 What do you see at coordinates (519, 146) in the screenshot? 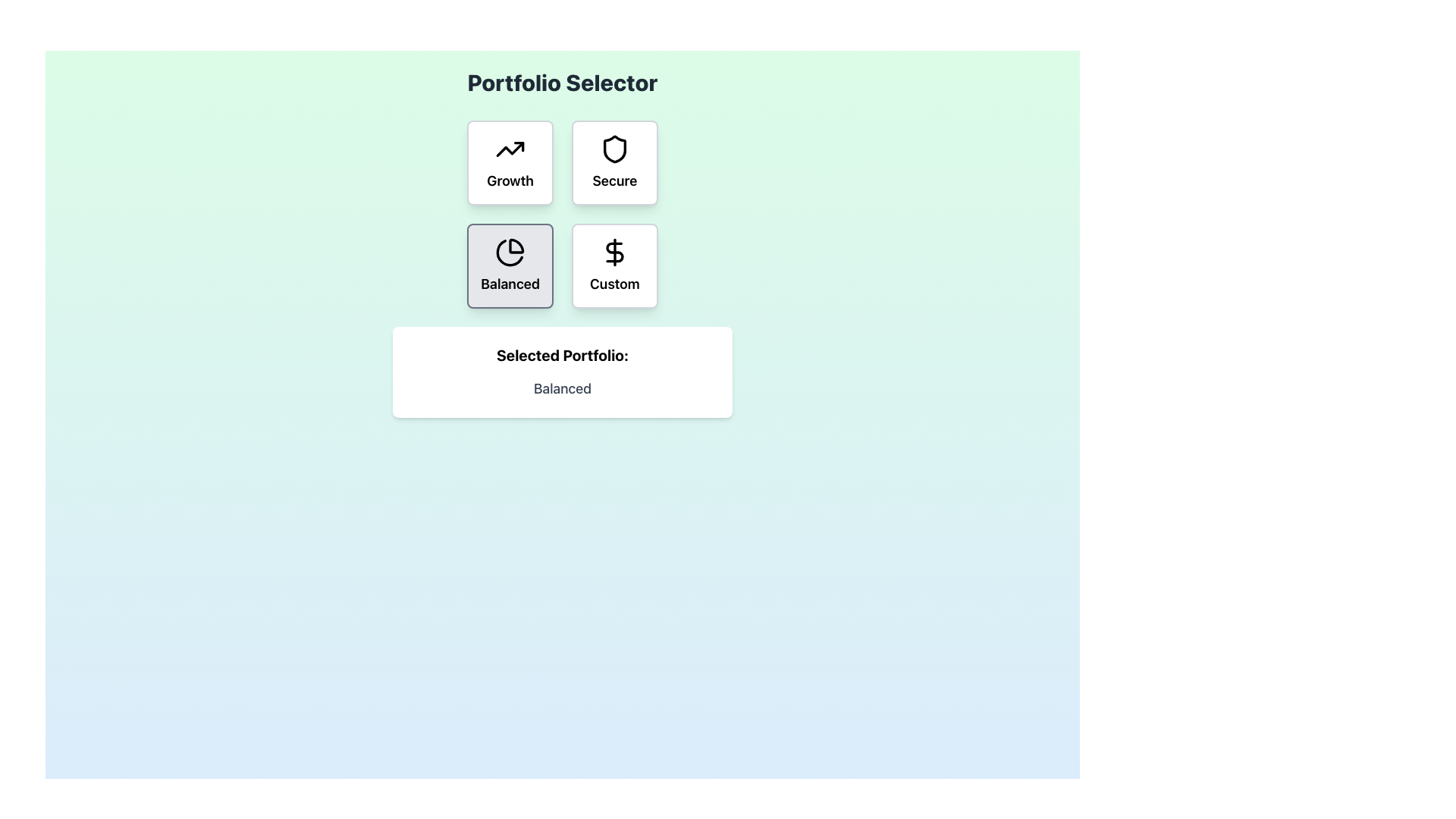
I see `the visual changes in the 'Growth' option by hovering over the topmost stroke of the diagonal line within the upward trend chart icon located in the top-left corner of the menu grid under 'Portfolio Selector.'` at bounding box center [519, 146].